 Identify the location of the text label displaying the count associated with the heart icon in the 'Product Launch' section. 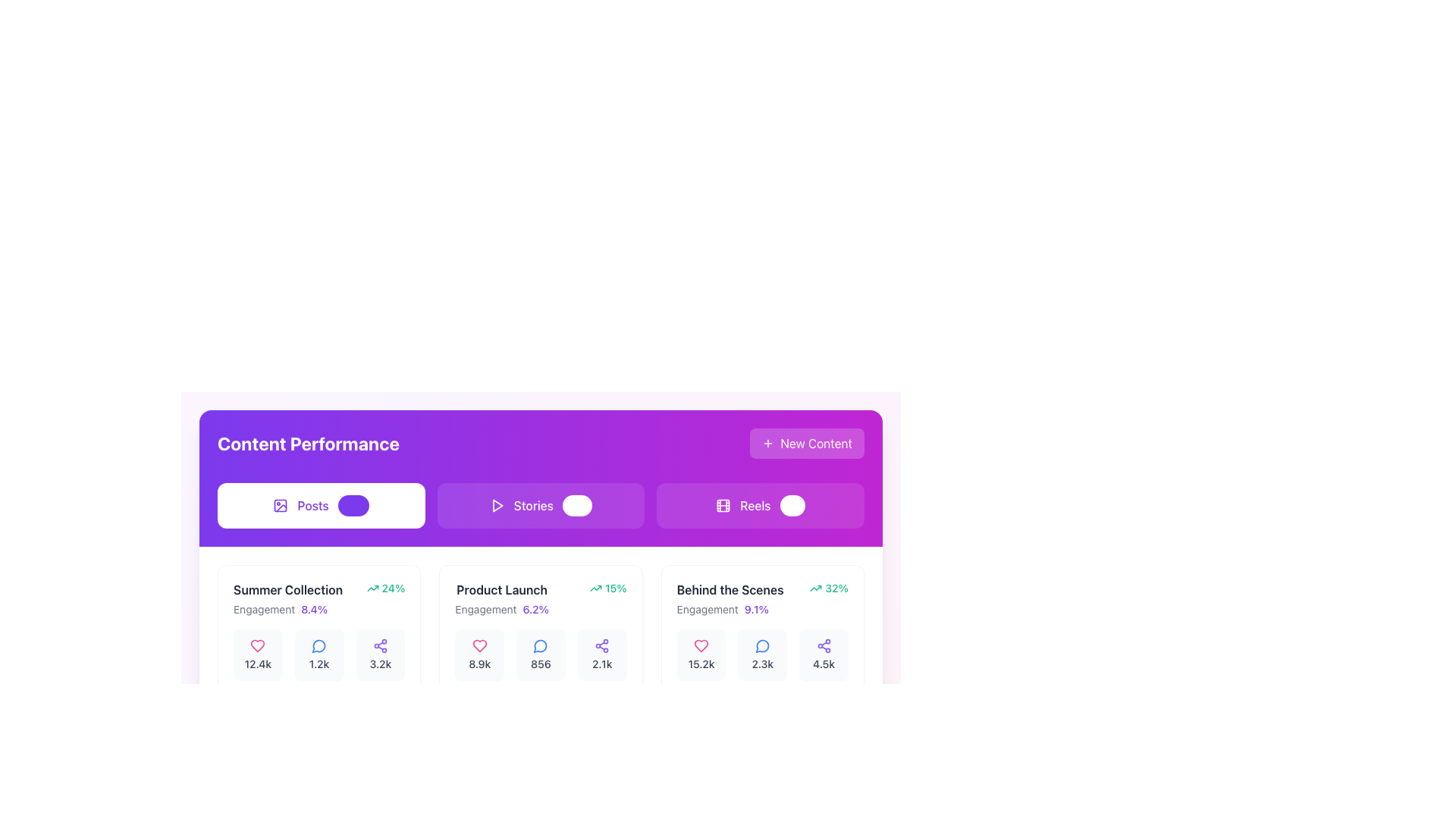
(479, 663).